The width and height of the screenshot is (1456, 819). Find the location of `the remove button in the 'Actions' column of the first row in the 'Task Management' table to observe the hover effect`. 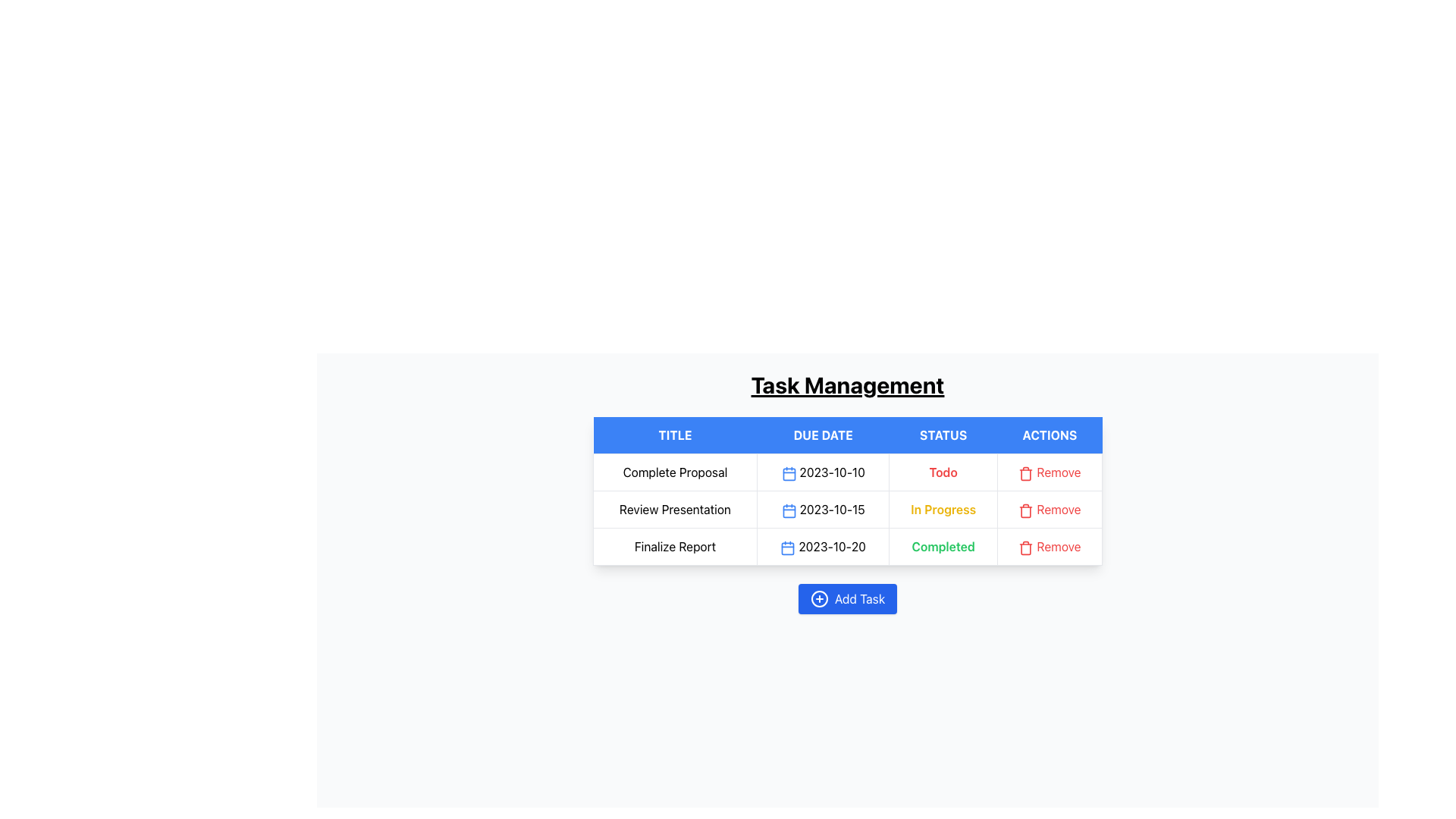

the remove button in the 'Actions' column of the first row in the 'Task Management' table to observe the hover effect is located at coordinates (1049, 472).